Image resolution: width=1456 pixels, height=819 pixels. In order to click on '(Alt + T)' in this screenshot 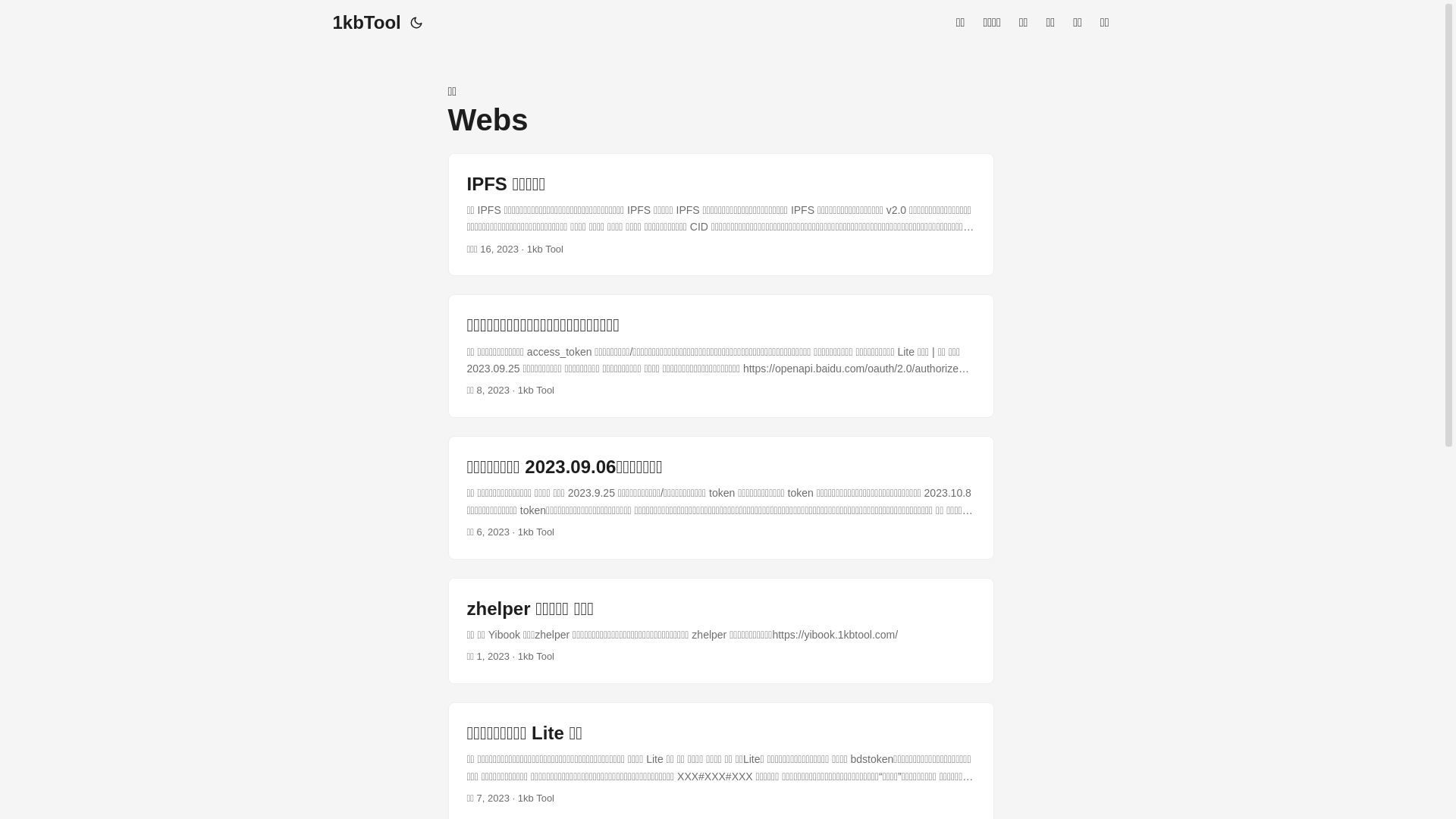, I will do `click(416, 23)`.